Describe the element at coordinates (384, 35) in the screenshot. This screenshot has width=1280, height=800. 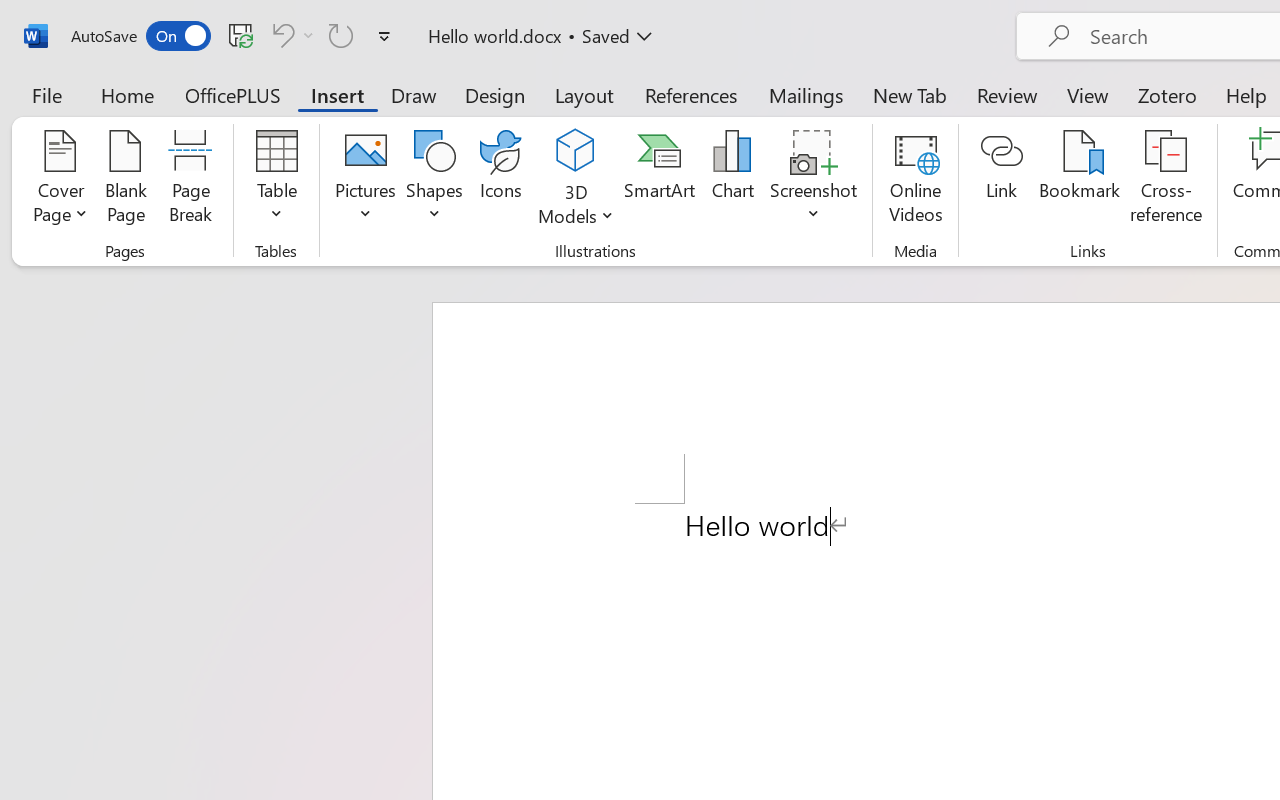
I see `'Customize Quick Access Toolbar'` at that location.